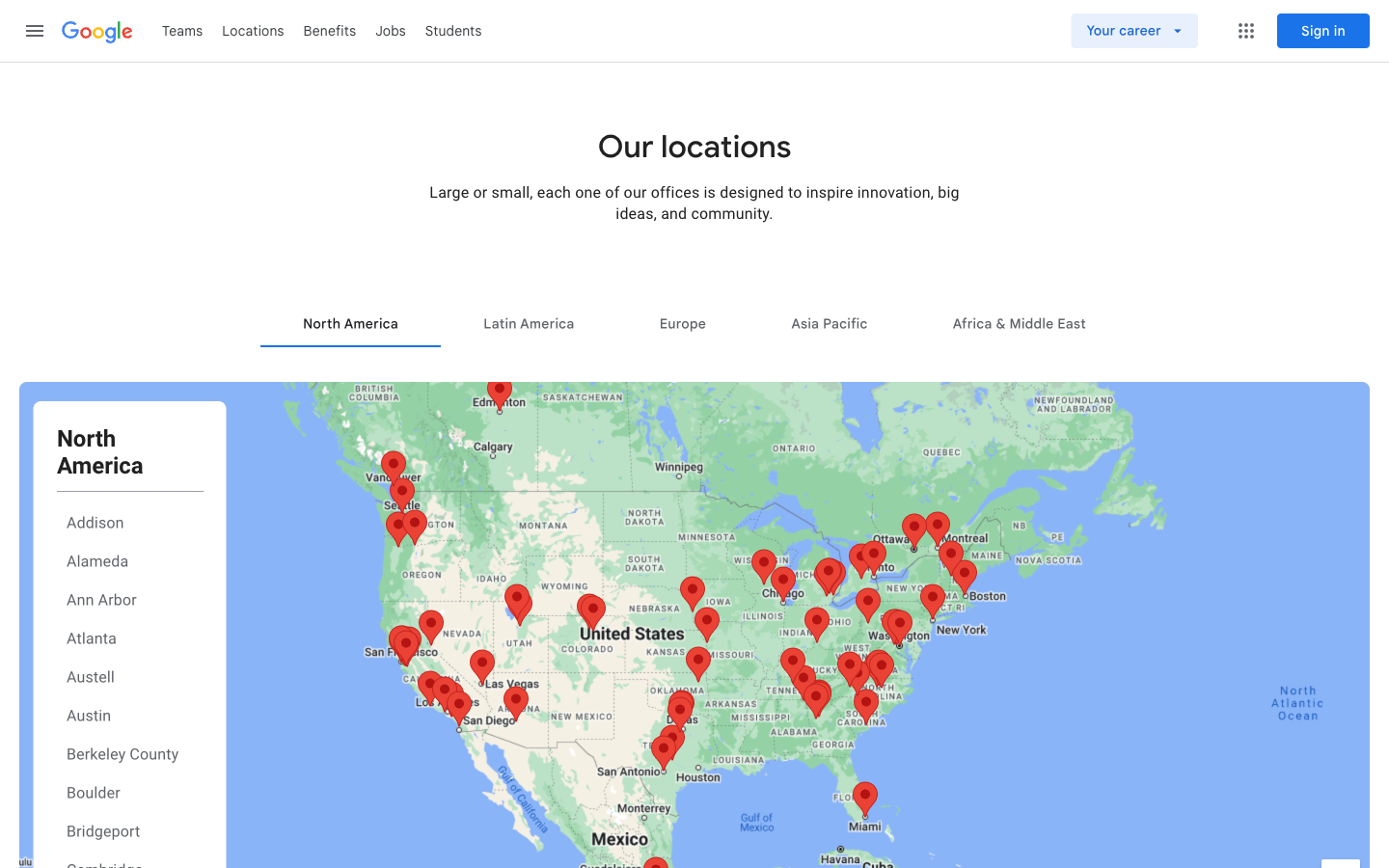 The width and height of the screenshot is (1389, 868). I want to click on the main Google page, so click(96, 32).